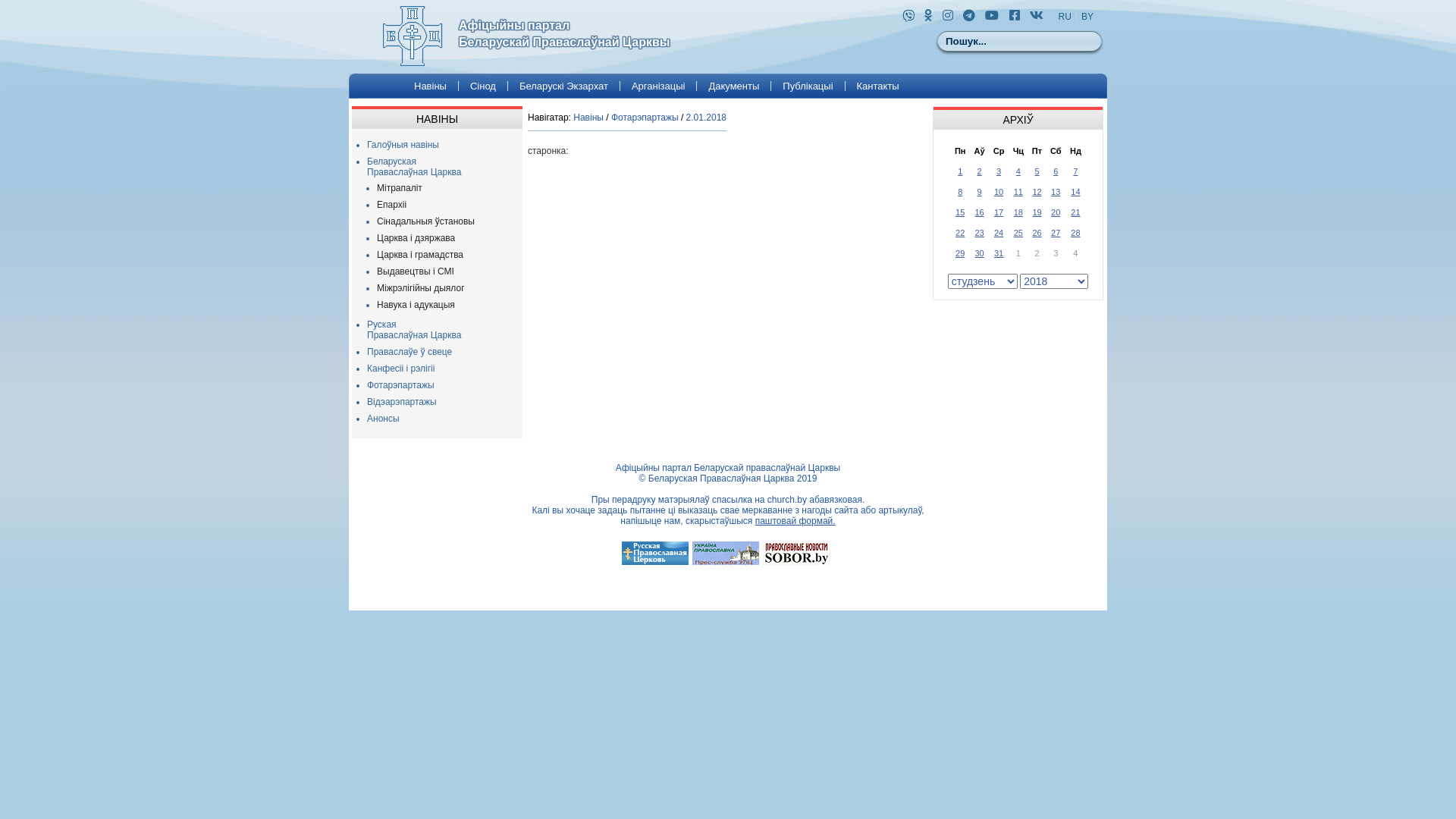  I want to click on '2.01.2018', so click(705, 116).